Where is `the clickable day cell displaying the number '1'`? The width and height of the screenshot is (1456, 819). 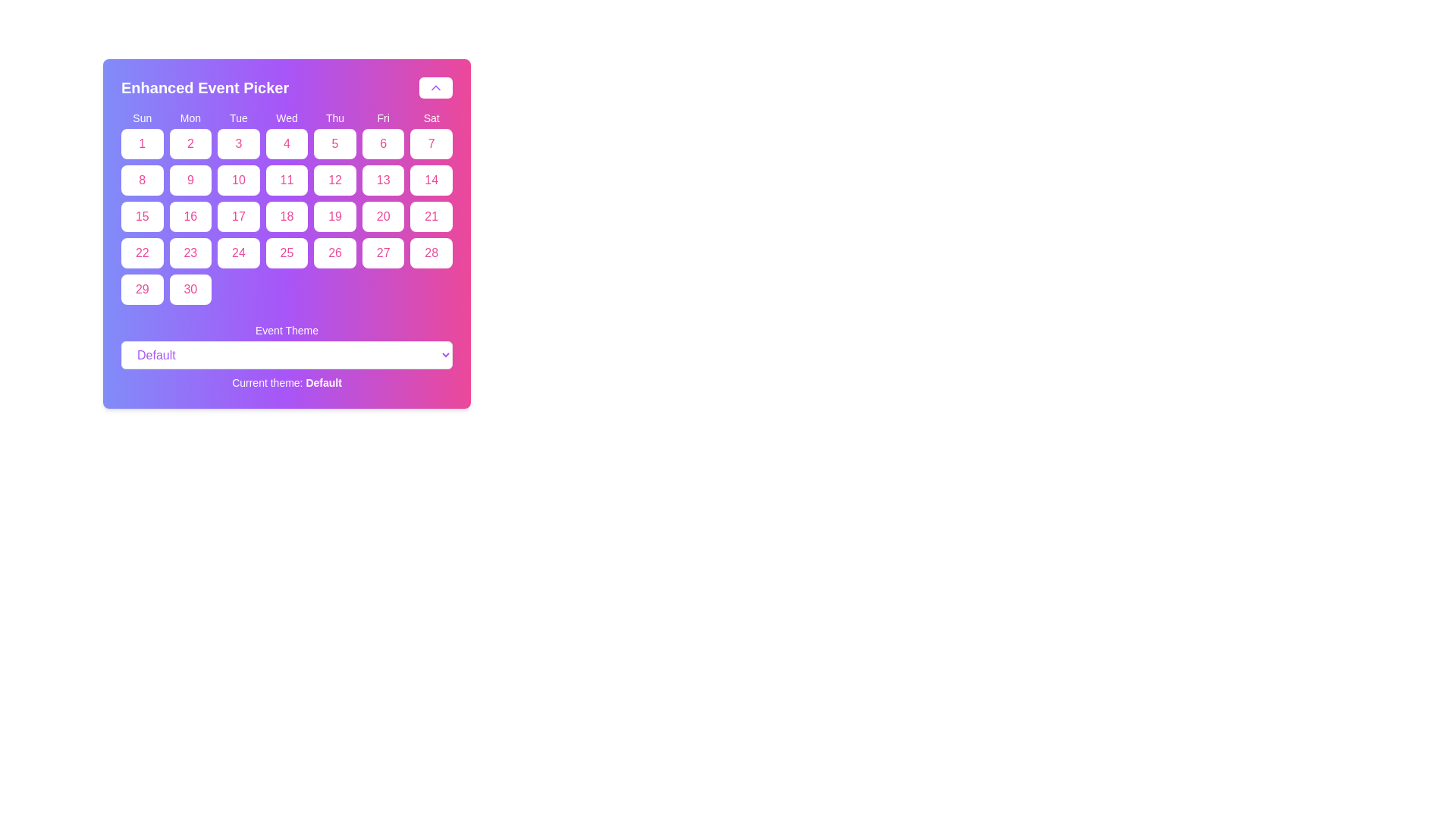 the clickable day cell displaying the number '1' is located at coordinates (142, 143).